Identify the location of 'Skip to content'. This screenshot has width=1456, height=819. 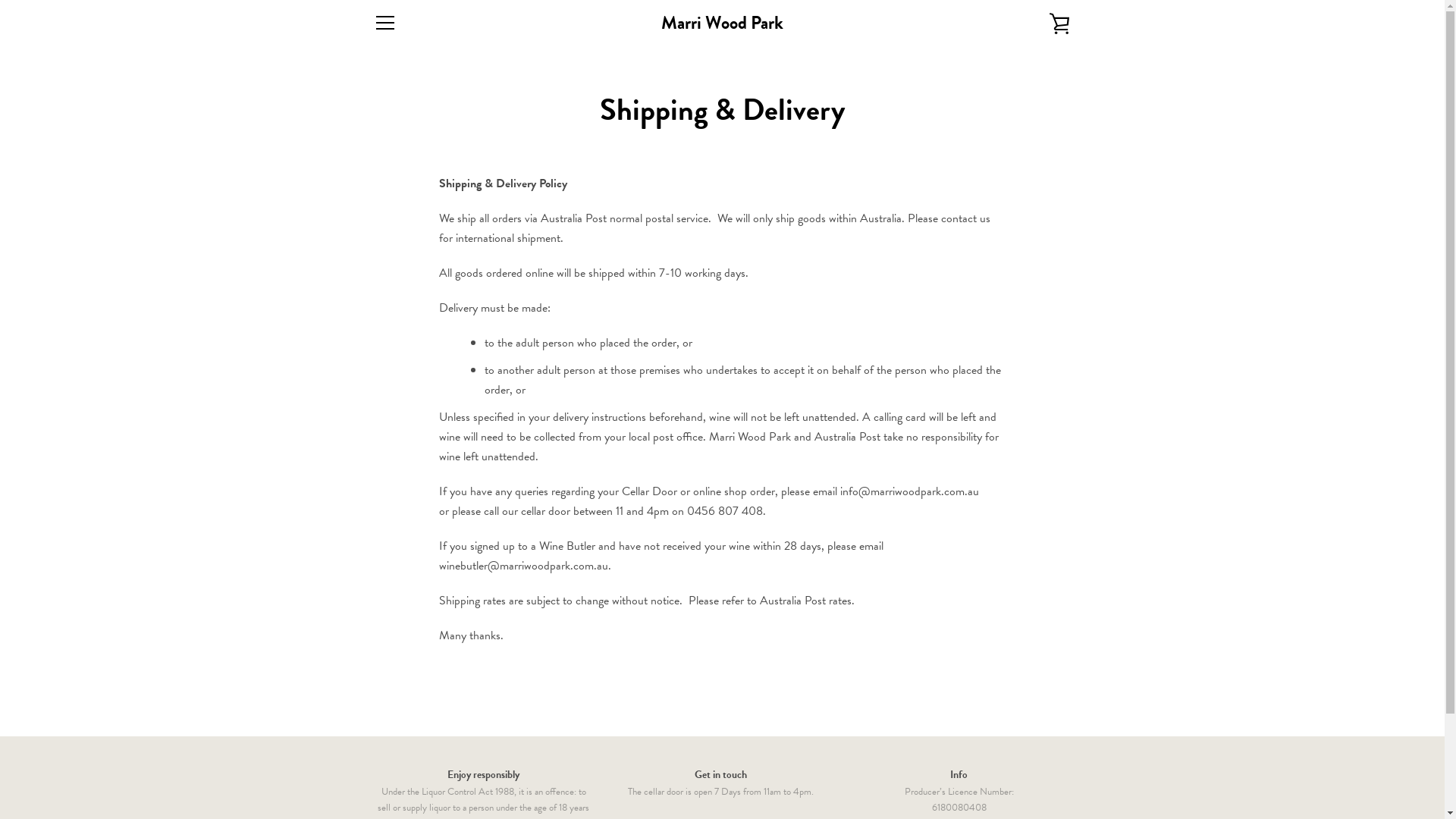
(0, 0).